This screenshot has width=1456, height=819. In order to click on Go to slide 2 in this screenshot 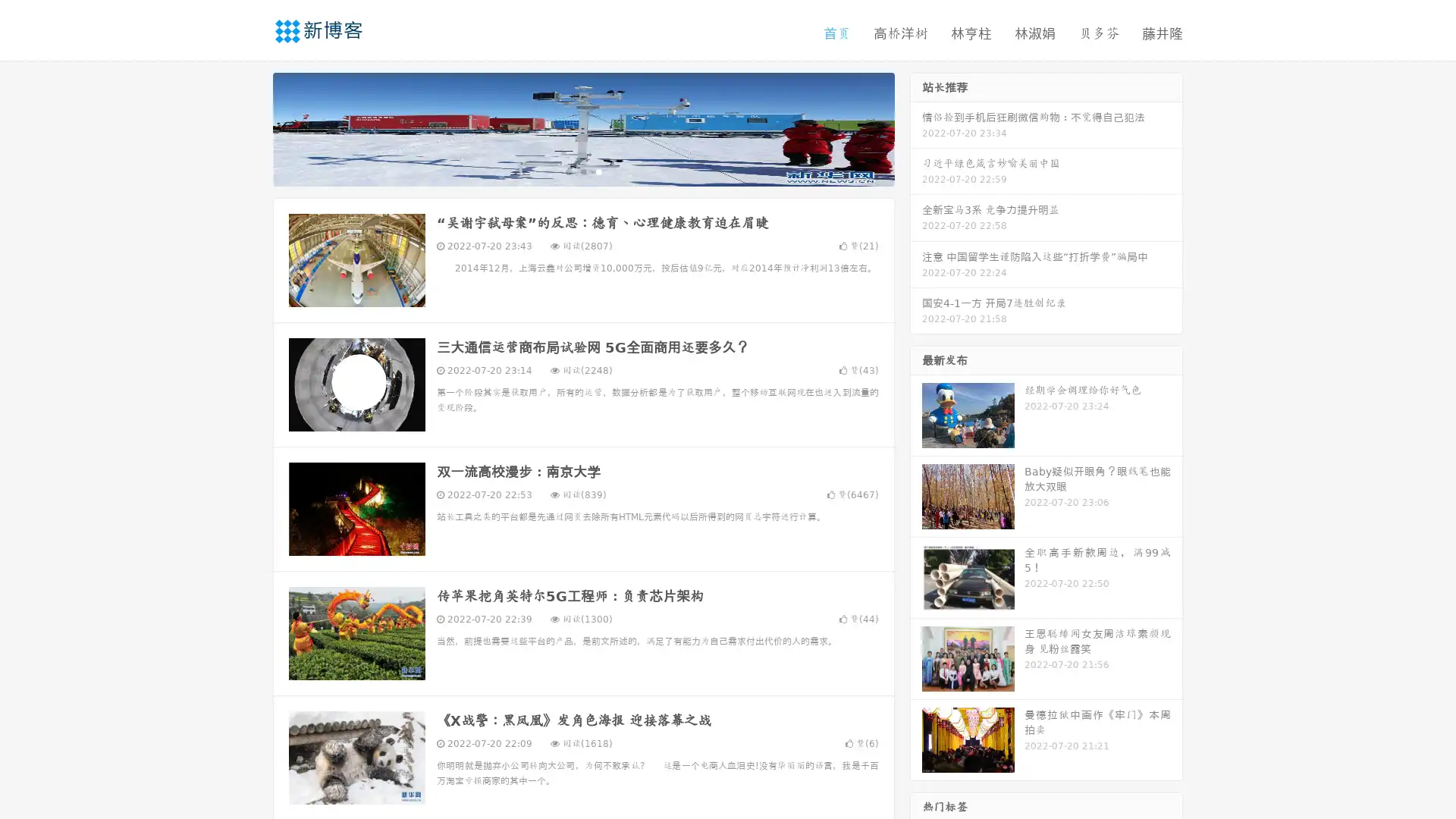, I will do `click(582, 171)`.